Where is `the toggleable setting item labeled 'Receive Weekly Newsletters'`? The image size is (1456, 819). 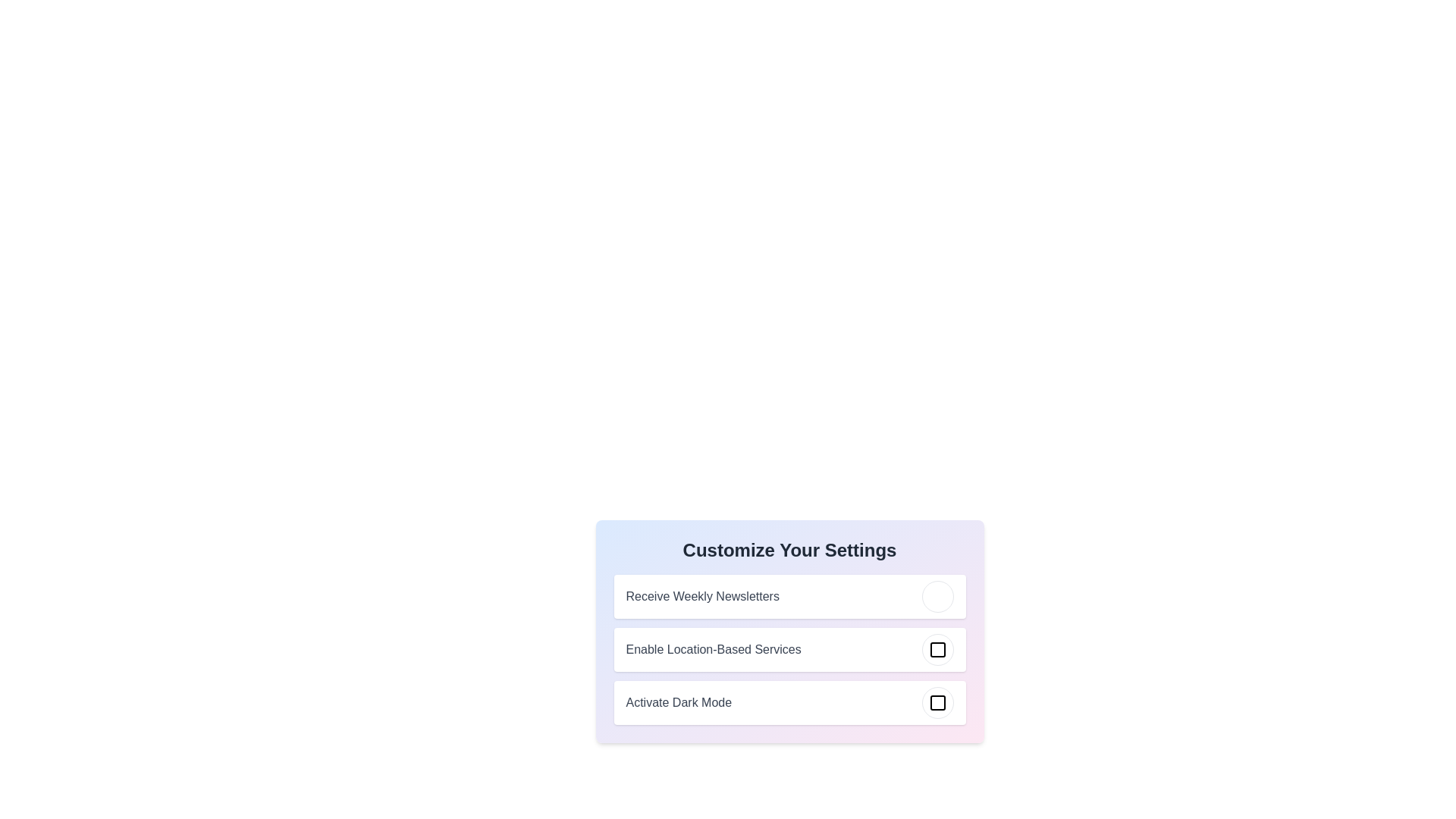
the toggleable setting item labeled 'Receive Weekly Newsletters' is located at coordinates (789, 595).